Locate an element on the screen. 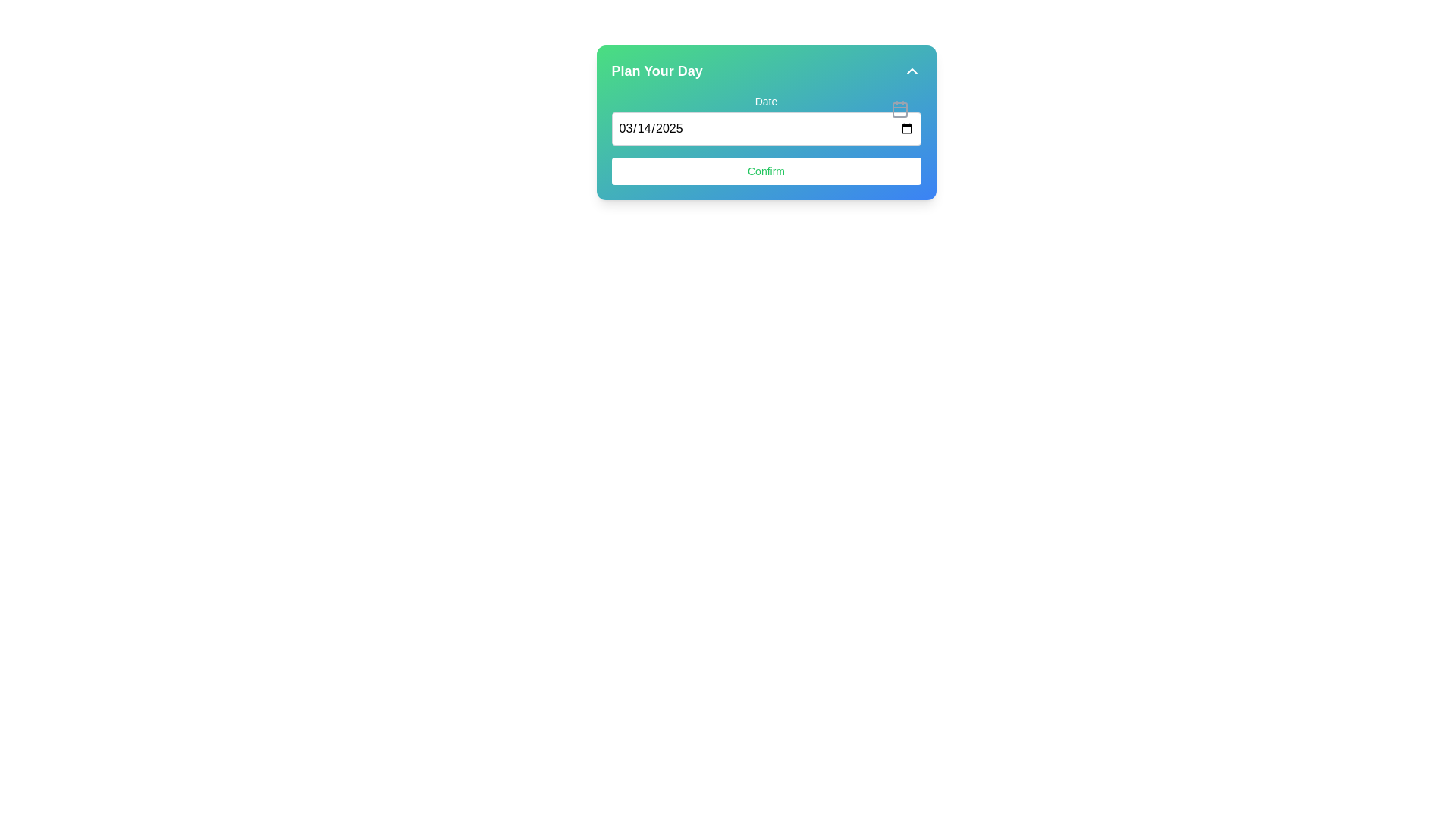  the calendar icon located at the top-right corner of the 'Plan Your Day' card is located at coordinates (899, 108).